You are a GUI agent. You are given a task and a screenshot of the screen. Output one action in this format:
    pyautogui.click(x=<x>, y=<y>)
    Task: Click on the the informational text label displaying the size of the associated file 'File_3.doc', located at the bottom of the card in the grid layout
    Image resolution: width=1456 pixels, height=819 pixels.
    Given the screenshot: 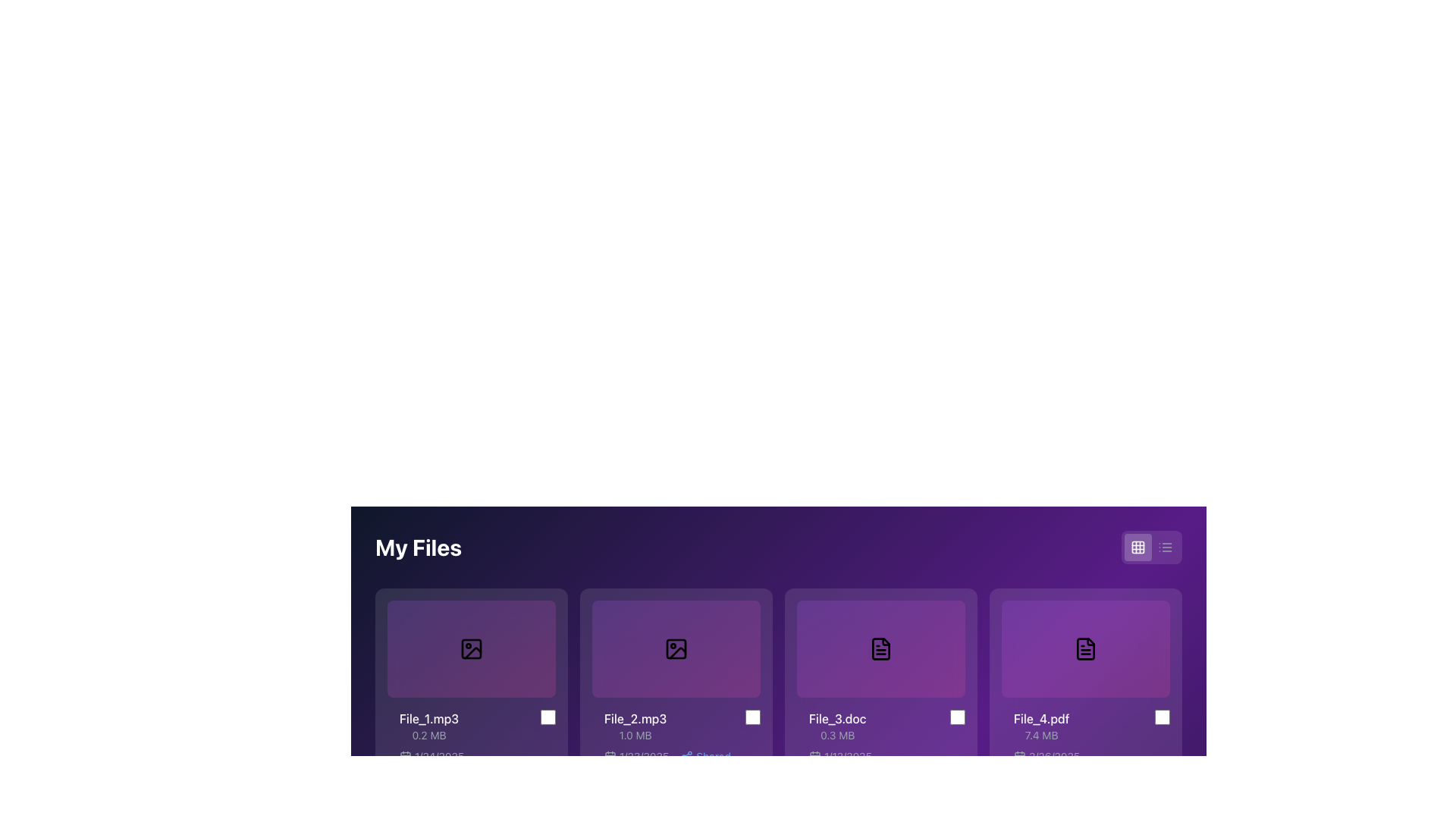 What is the action you would take?
    pyautogui.click(x=836, y=734)
    